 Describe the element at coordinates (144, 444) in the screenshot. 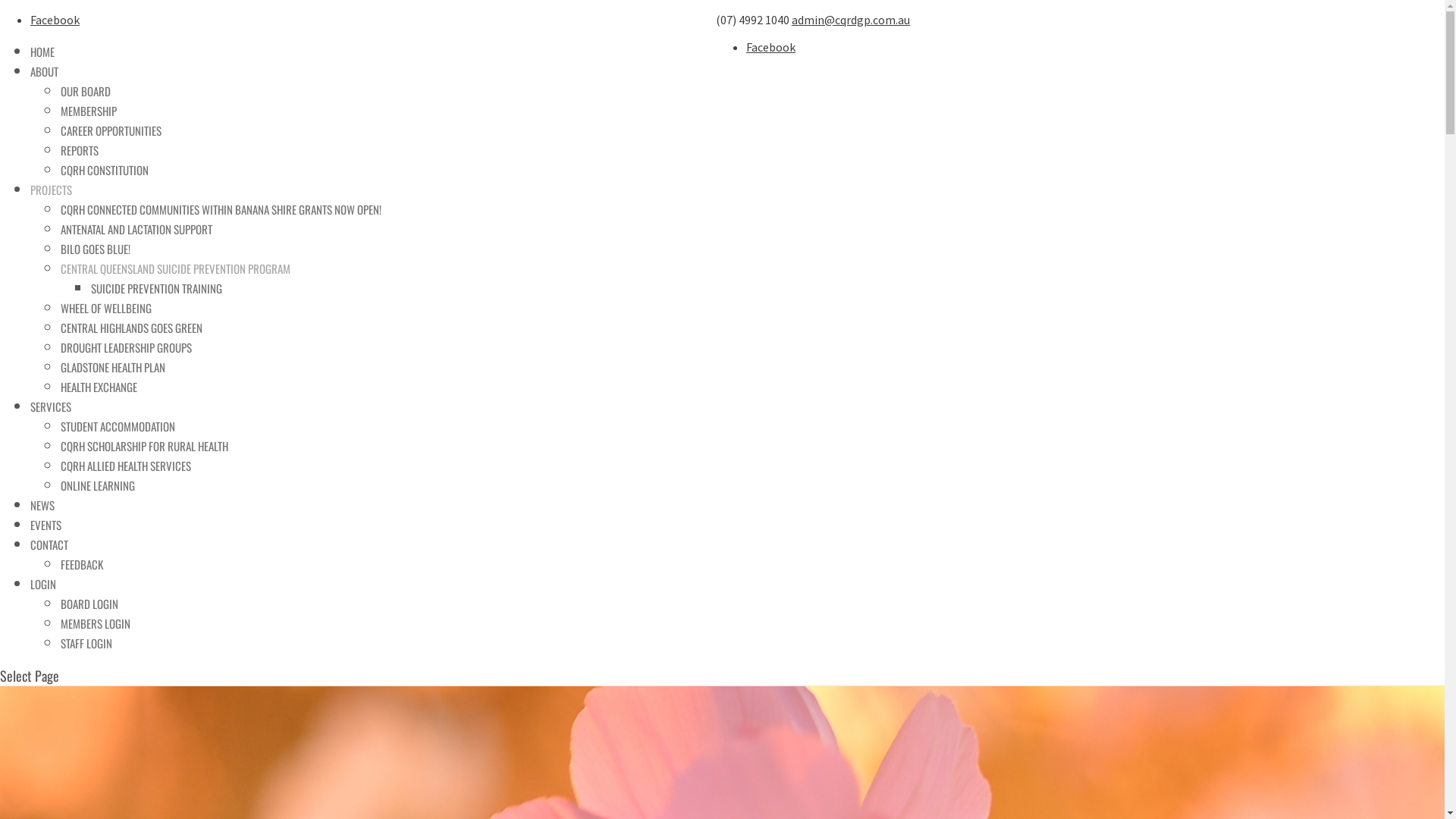

I see `'CQRH SCHOLARSHIP FOR RURAL HEALTH'` at that location.